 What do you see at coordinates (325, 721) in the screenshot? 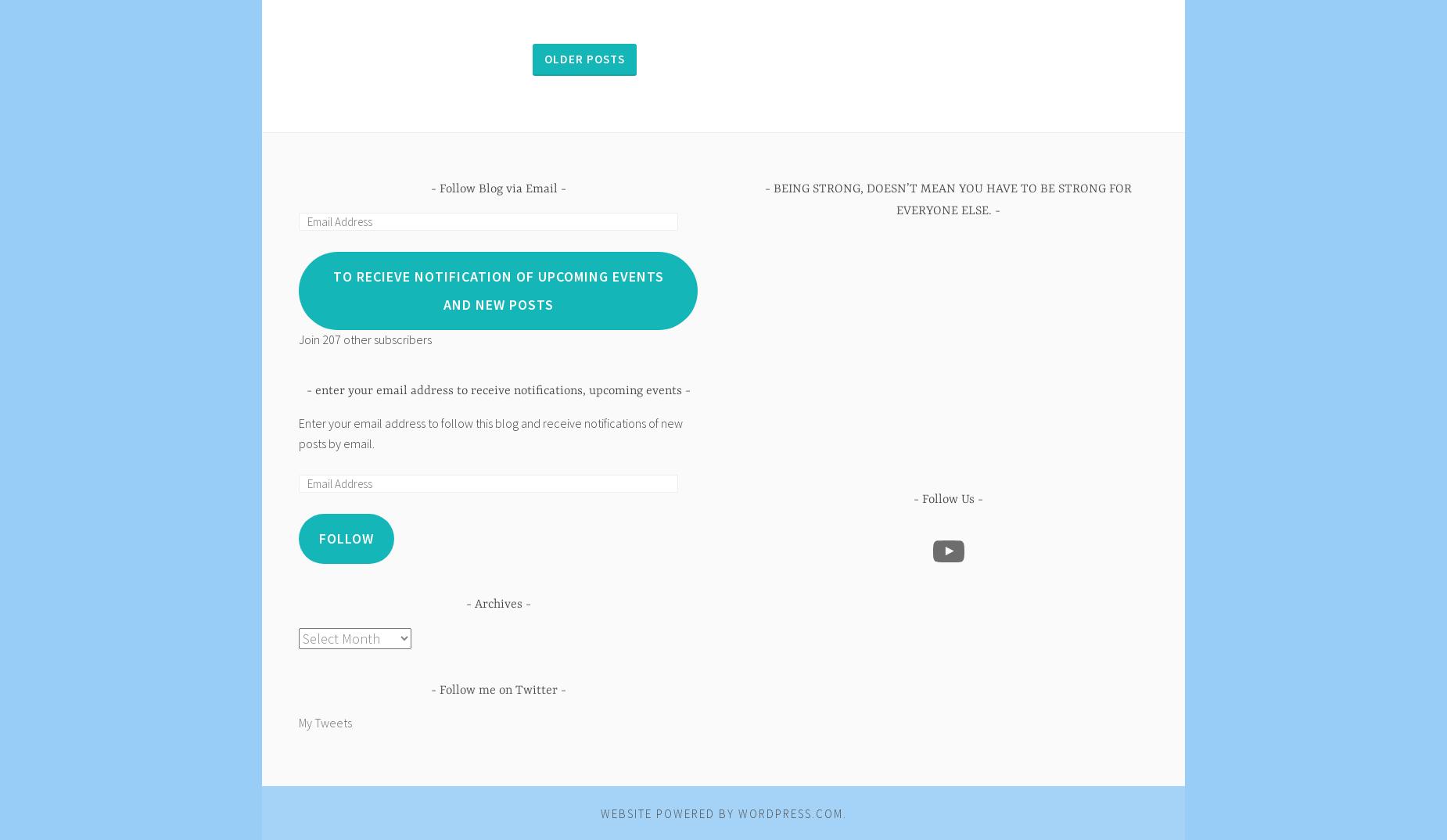
I see `'My Tweets'` at bounding box center [325, 721].